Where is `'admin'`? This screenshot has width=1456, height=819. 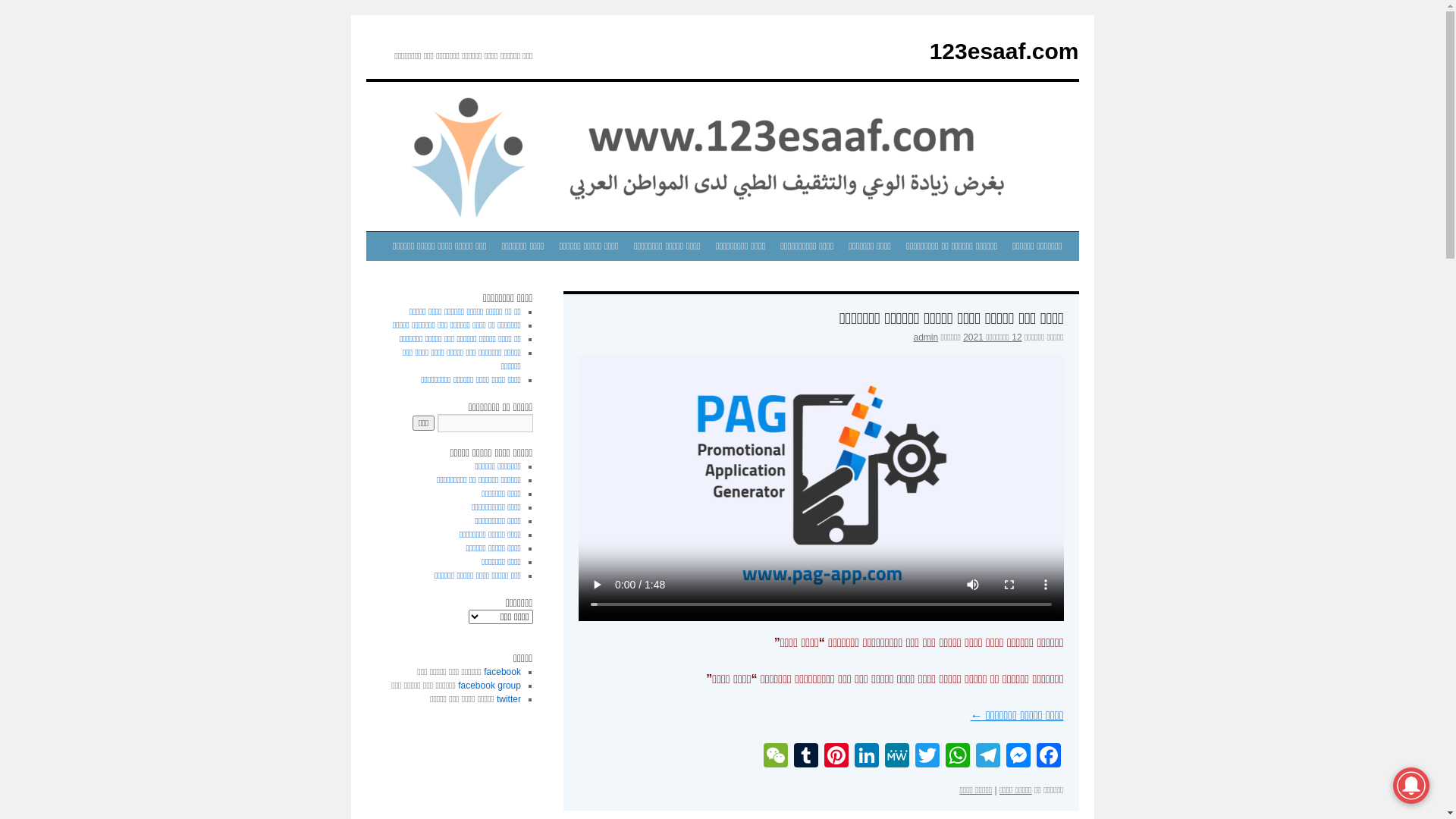
'admin' is located at coordinates (925, 336).